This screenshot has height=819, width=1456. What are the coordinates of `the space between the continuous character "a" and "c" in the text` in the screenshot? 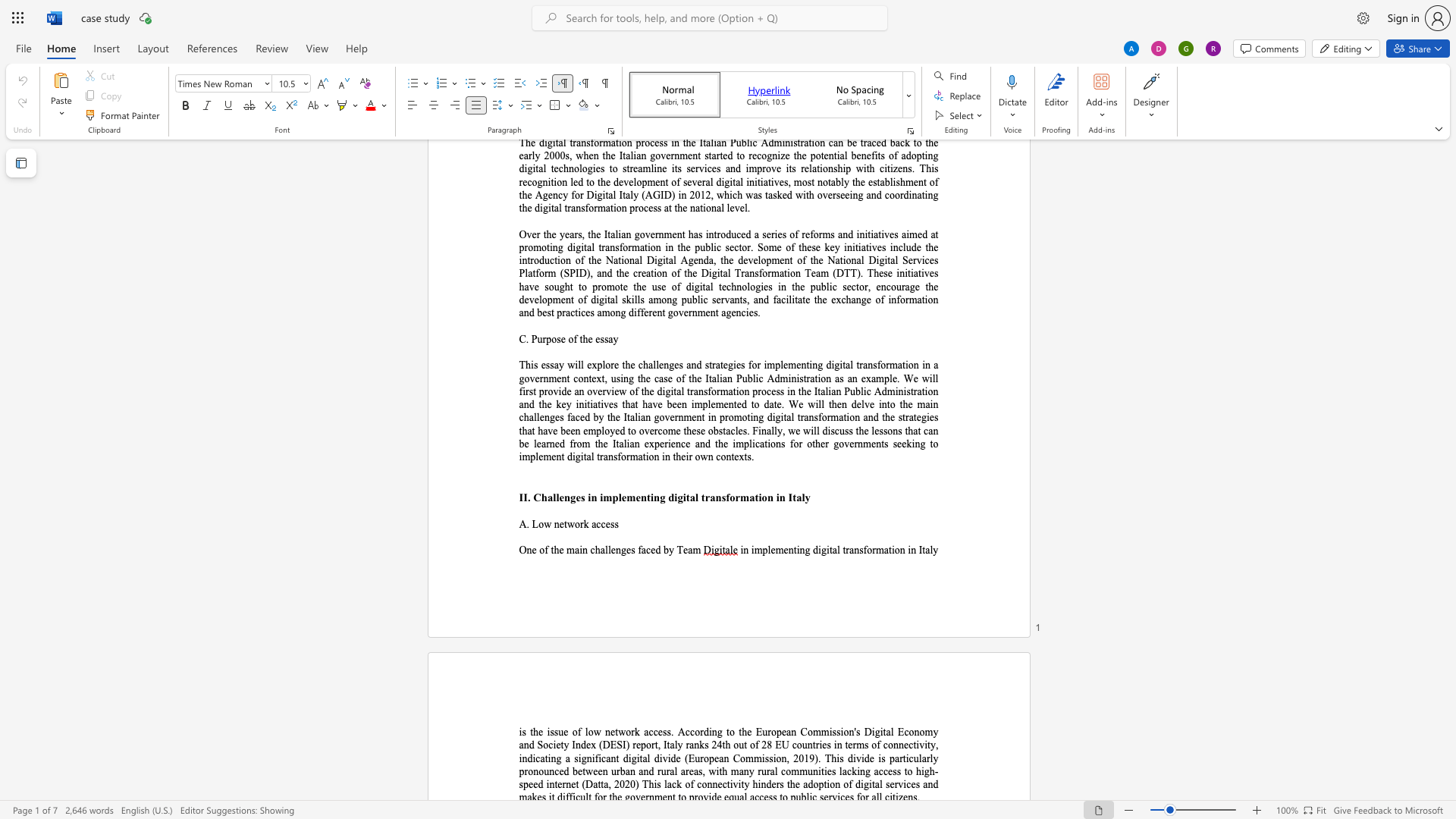 It's located at (595, 523).